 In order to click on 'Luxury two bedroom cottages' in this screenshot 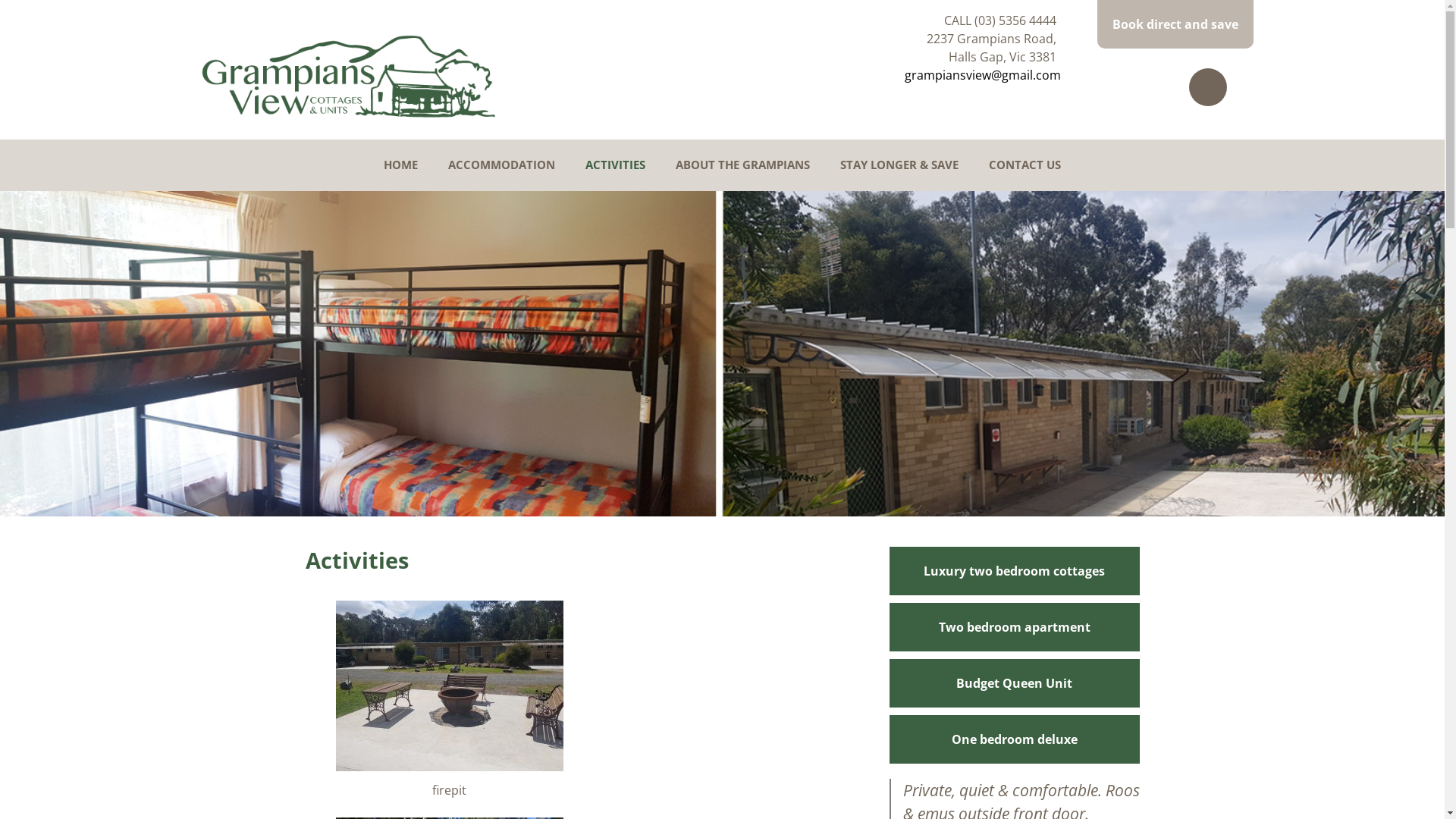, I will do `click(1014, 570)`.